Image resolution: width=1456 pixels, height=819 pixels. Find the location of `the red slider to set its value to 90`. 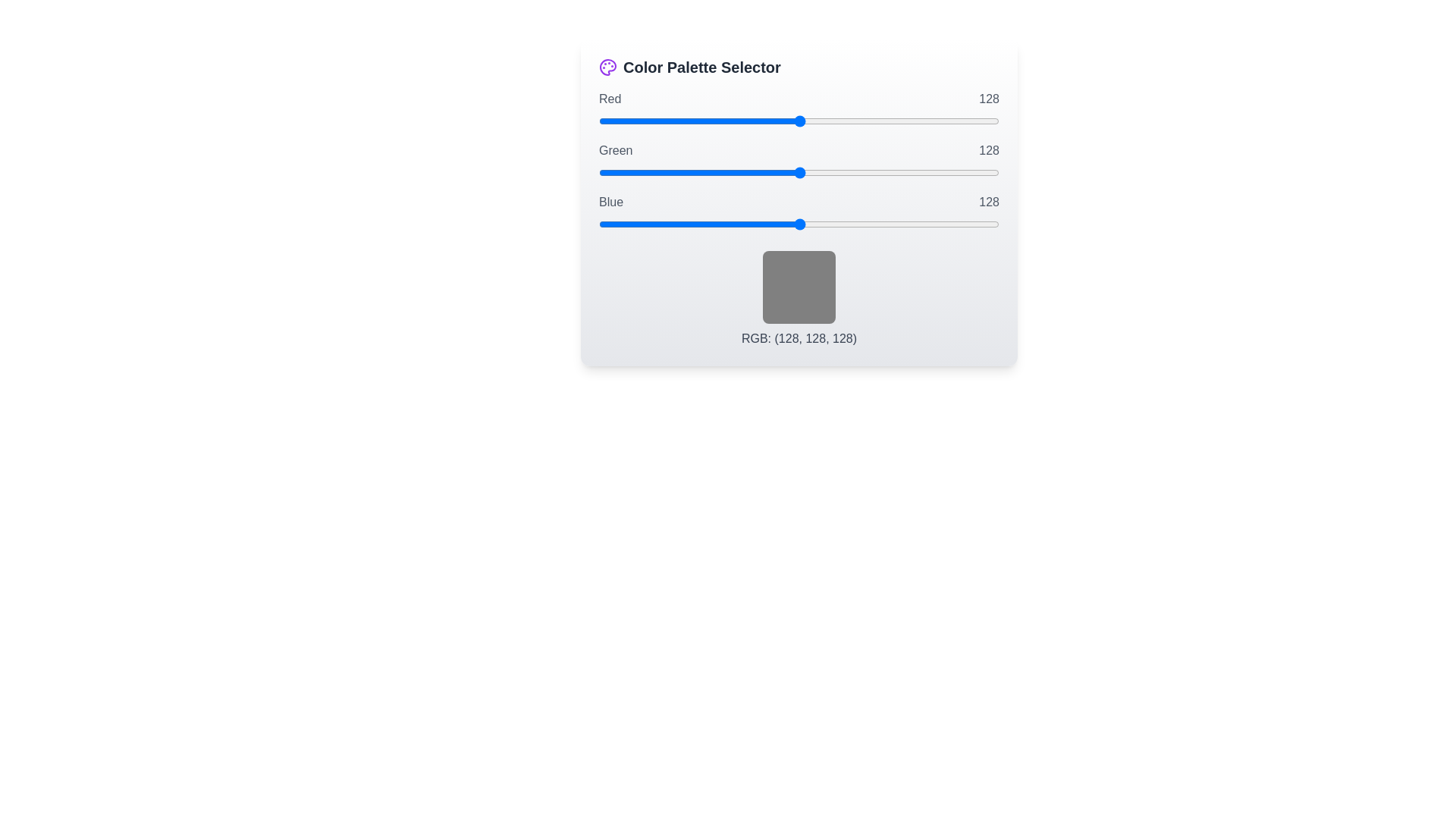

the red slider to set its value to 90 is located at coordinates (740, 120).